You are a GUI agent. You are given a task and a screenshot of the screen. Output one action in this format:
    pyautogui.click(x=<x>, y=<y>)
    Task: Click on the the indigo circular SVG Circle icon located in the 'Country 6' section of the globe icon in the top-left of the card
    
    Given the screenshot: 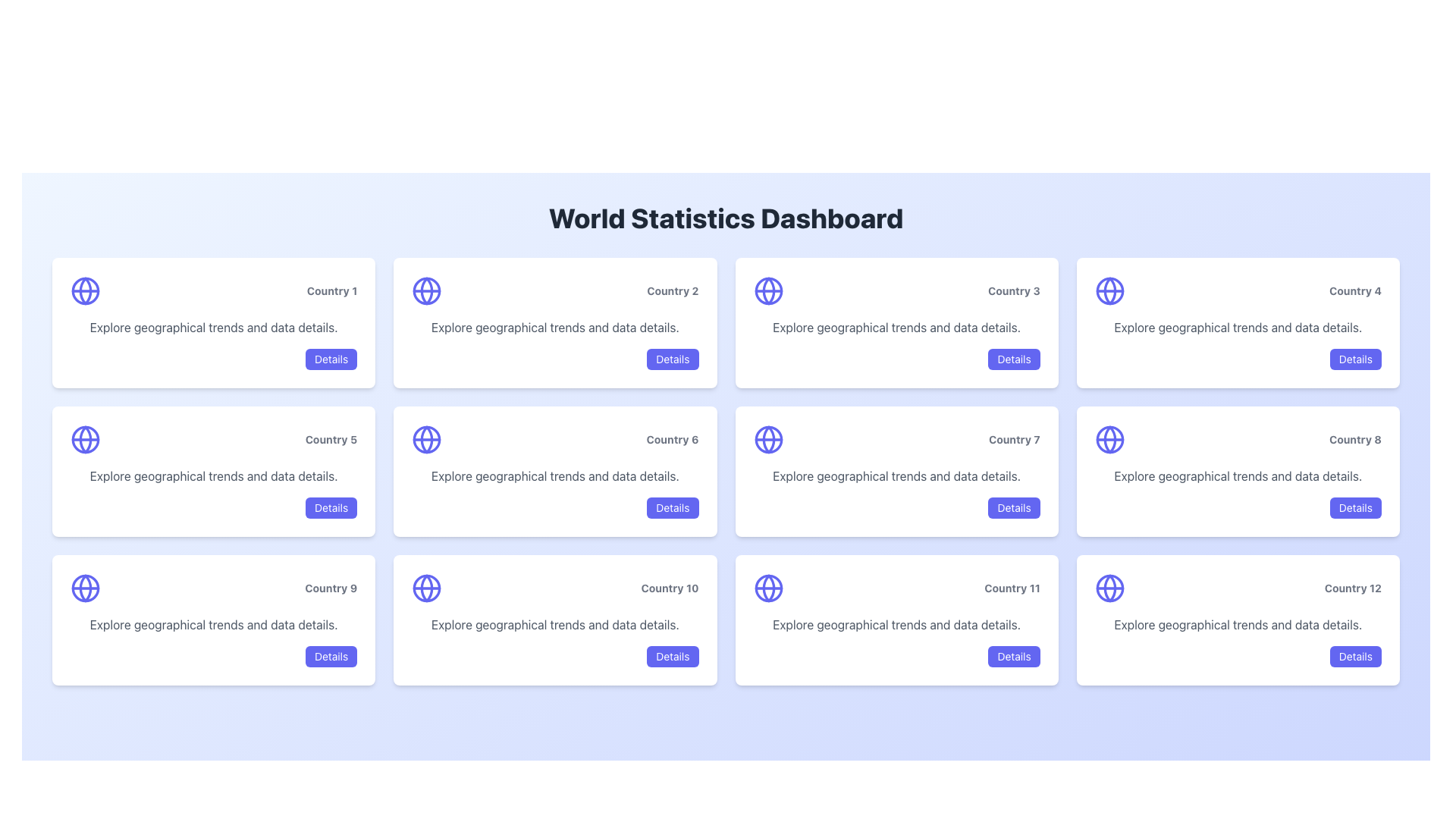 What is the action you would take?
    pyautogui.click(x=426, y=439)
    